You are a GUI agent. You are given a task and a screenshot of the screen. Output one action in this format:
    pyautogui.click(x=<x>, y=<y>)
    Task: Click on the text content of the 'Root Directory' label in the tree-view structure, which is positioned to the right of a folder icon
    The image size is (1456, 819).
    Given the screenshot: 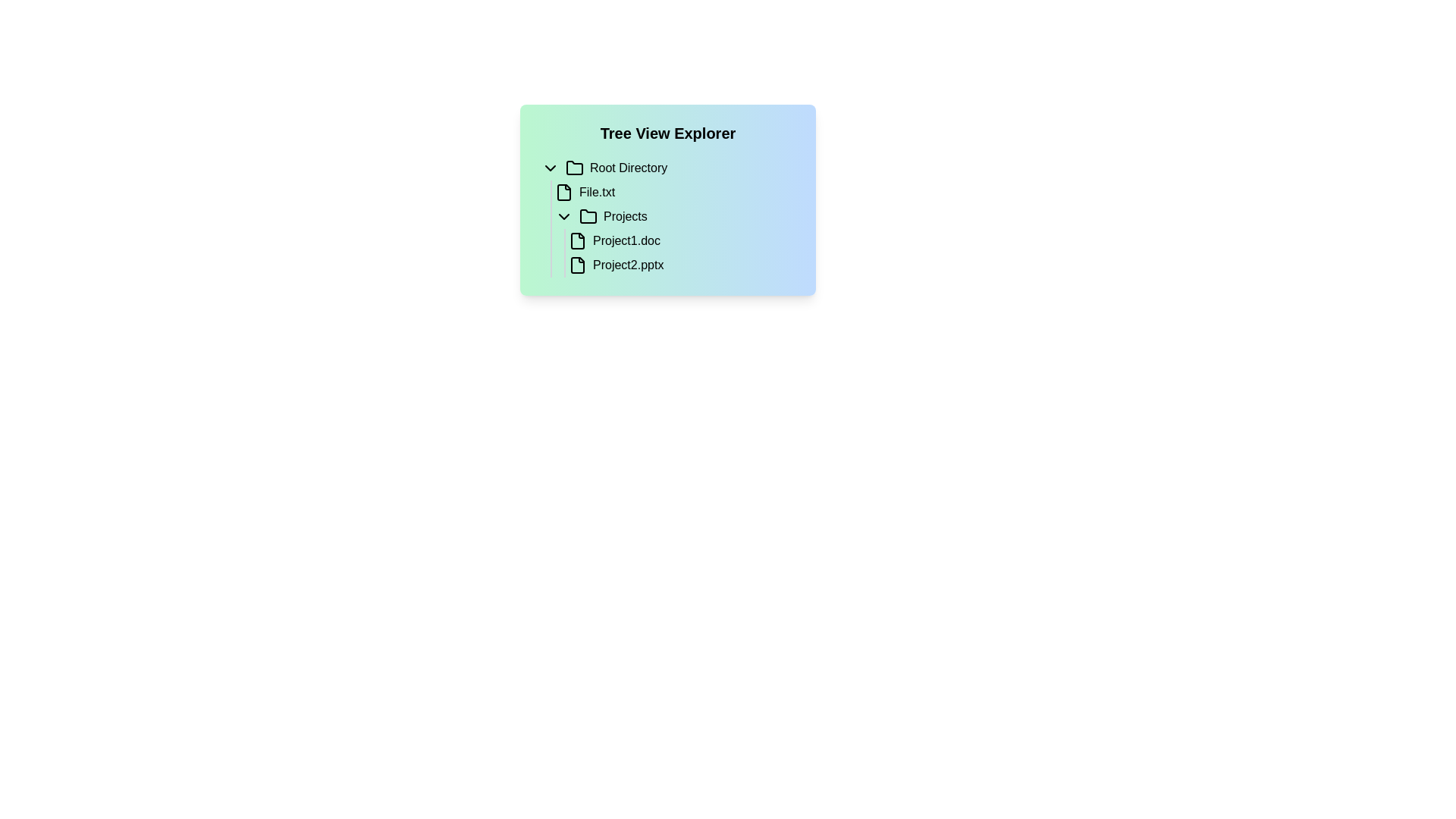 What is the action you would take?
    pyautogui.click(x=629, y=168)
    